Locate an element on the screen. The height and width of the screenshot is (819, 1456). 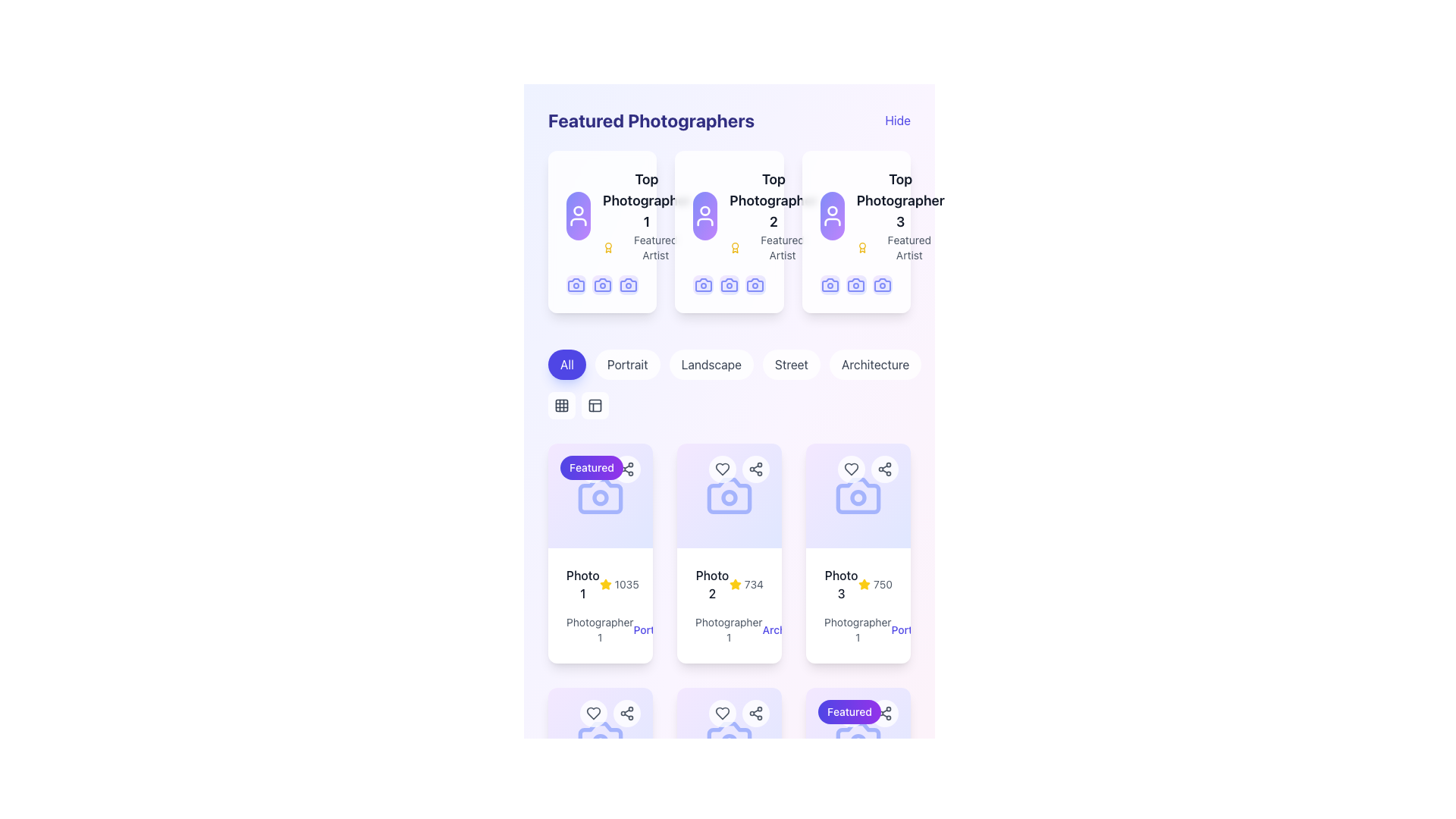
the 'Landscape' button to filter content by the landscape category, which is the third button in a horizontal row of five buttons labeled 'All', 'Portrait', 'Landscape', 'Street', and 'Architecture' is located at coordinates (711, 365).